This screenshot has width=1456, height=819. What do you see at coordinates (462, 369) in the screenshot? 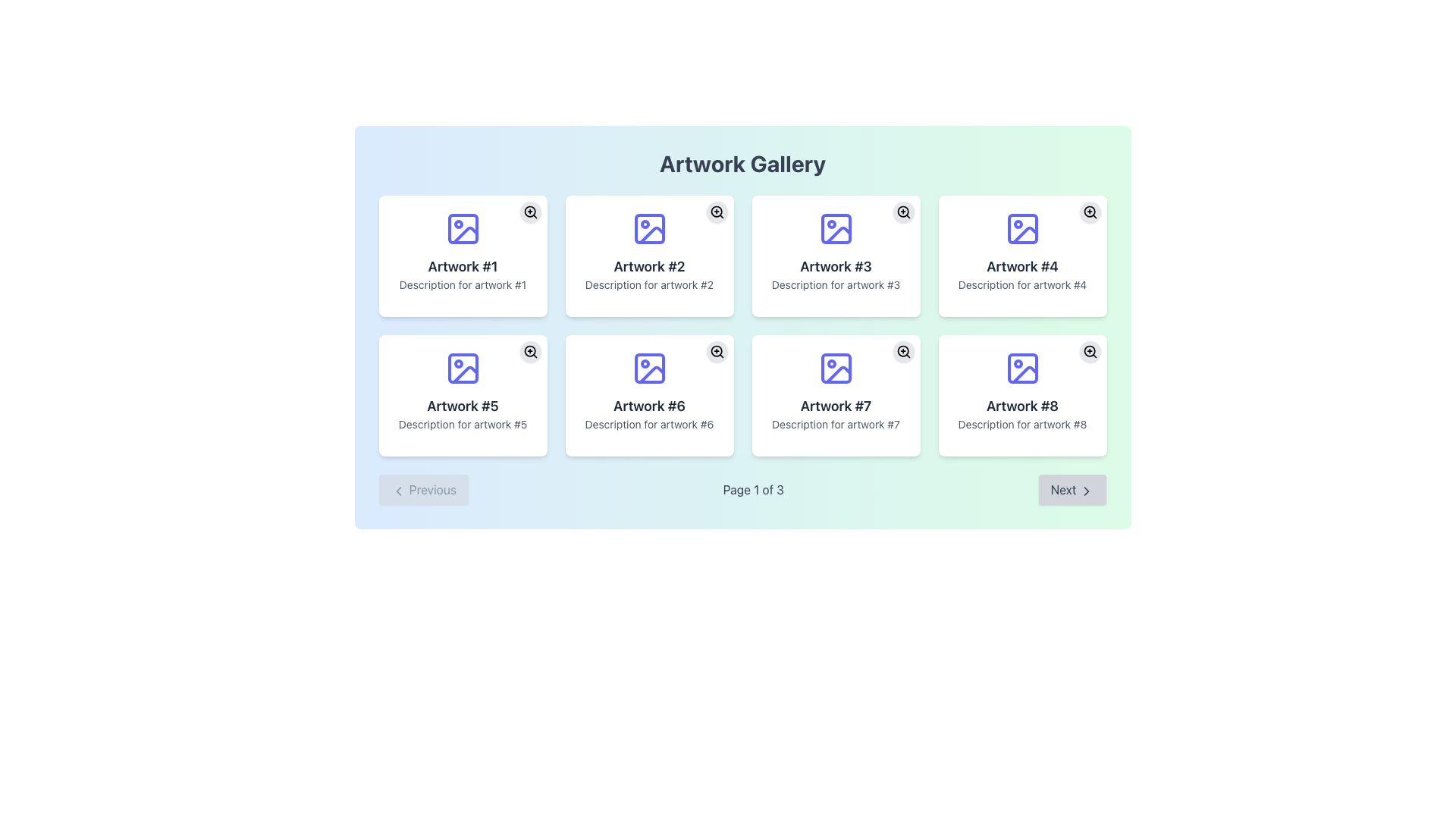
I see `the purple circular SVG icon with a diagonal line, located at the center top of the 'Artwork #5' card` at bounding box center [462, 369].